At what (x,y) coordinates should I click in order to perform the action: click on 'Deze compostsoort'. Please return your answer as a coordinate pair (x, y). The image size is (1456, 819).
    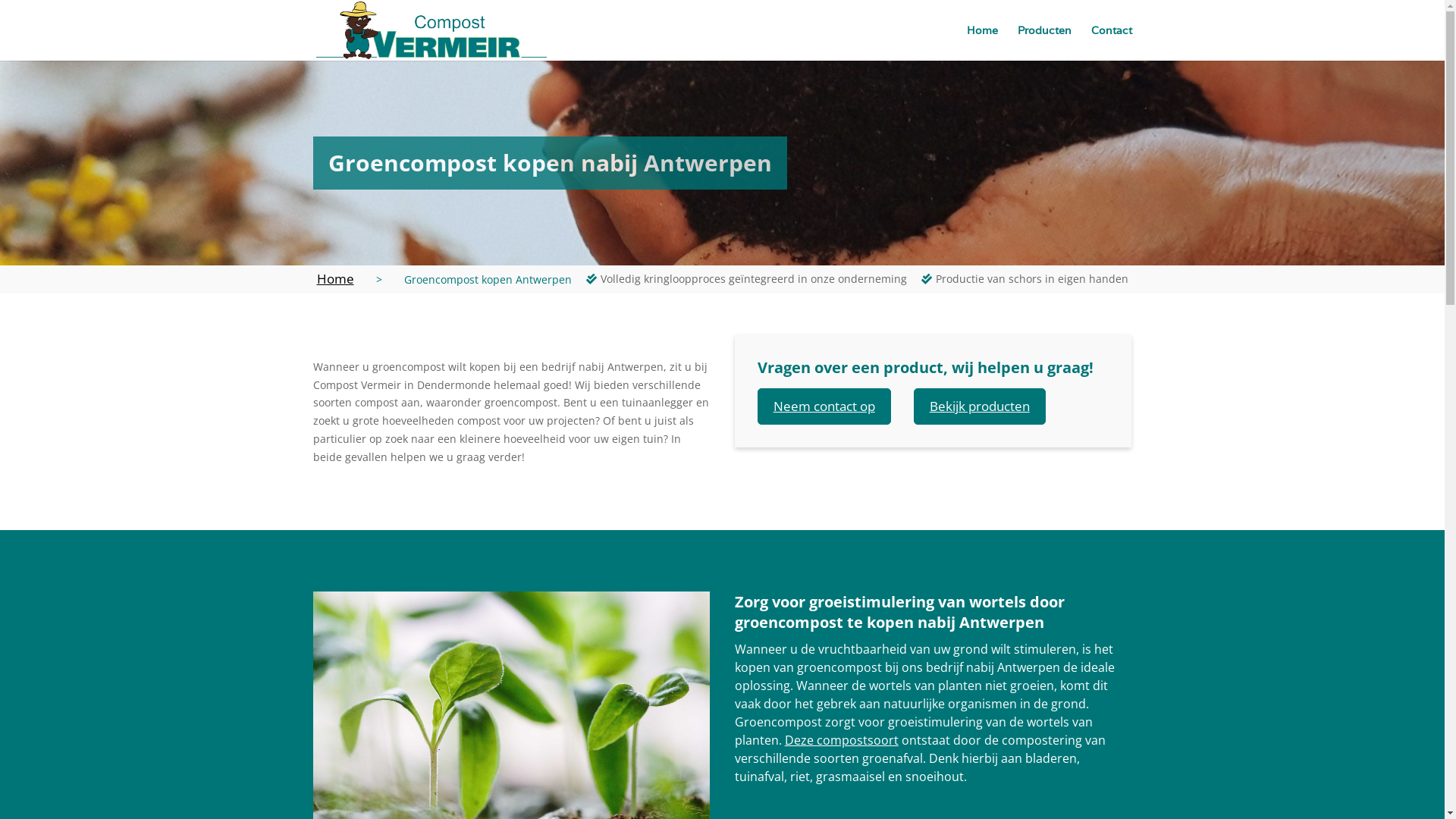
    Looking at the image, I should click on (840, 739).